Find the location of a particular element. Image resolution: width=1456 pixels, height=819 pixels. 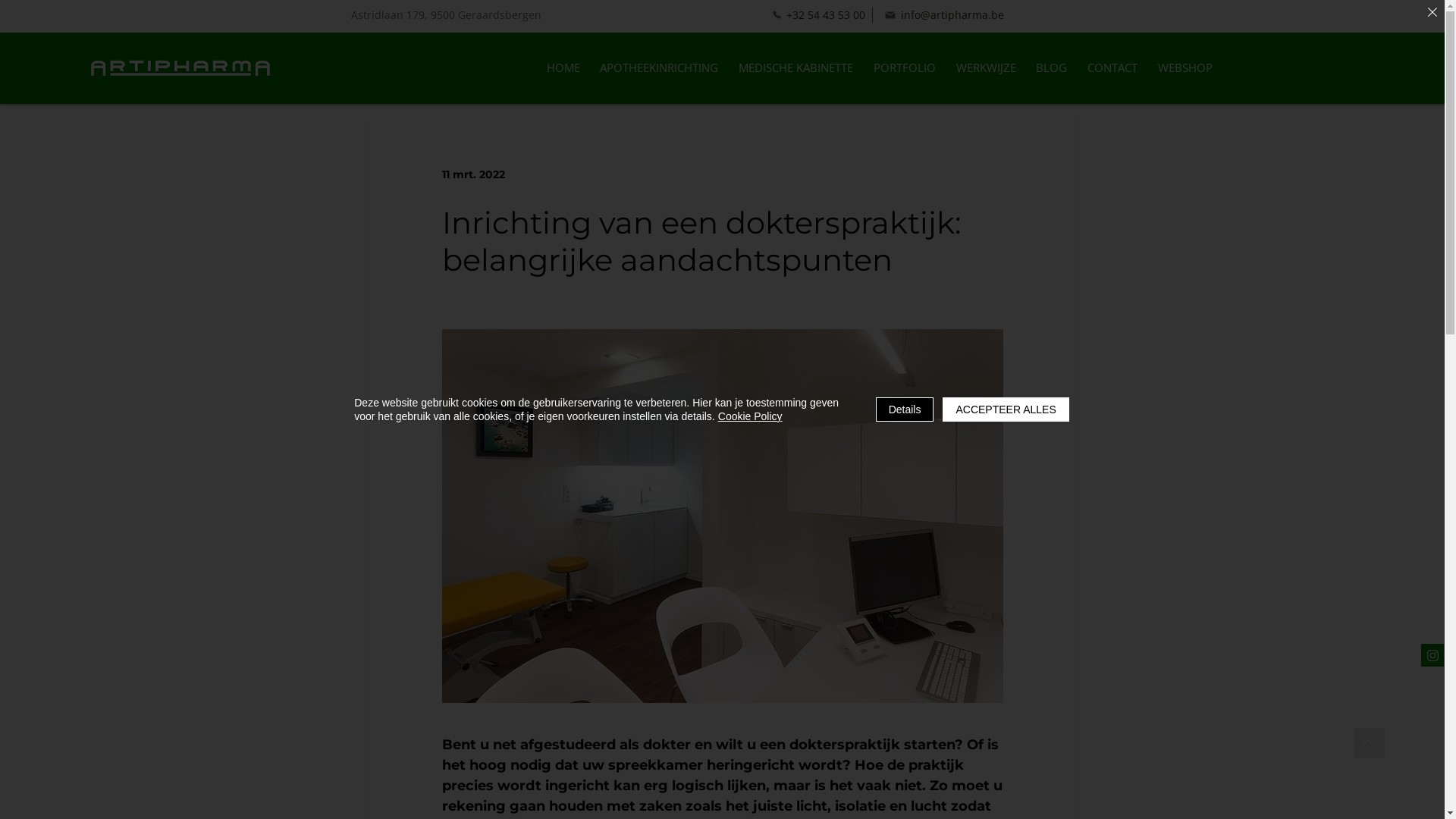

'Details' is located at coordinates (905, 409).